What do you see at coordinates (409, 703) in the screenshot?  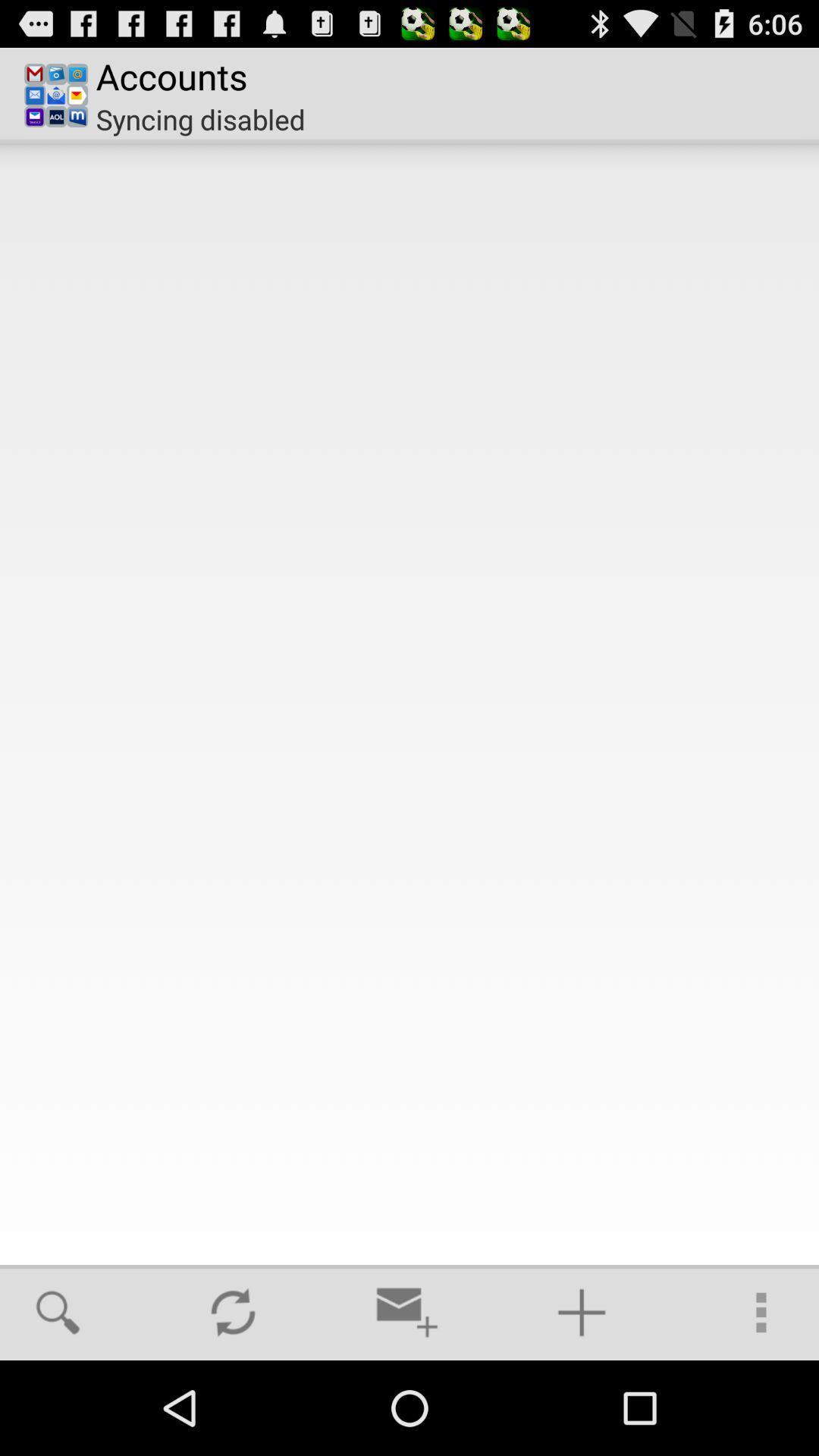 I see `the icon below syncing disabled icon` at bounding box center [409, 703].